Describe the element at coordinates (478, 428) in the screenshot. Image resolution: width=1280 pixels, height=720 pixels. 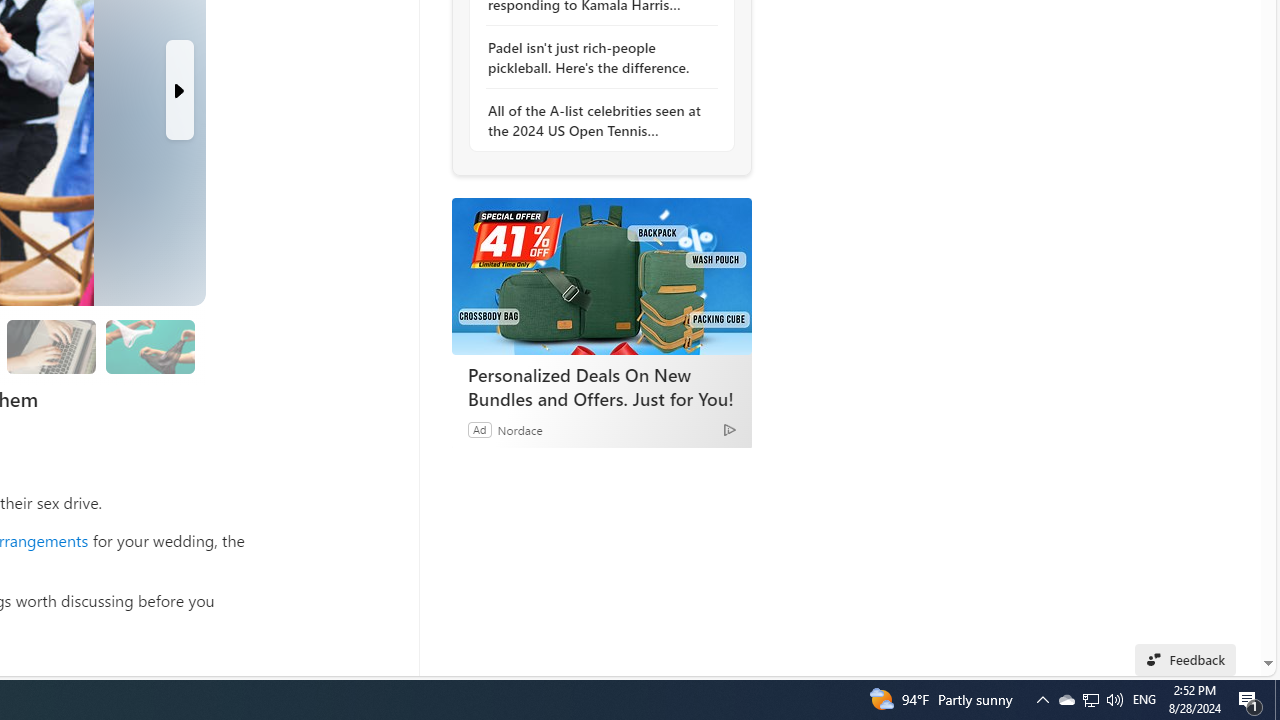
I see `'Ad'` at that location.